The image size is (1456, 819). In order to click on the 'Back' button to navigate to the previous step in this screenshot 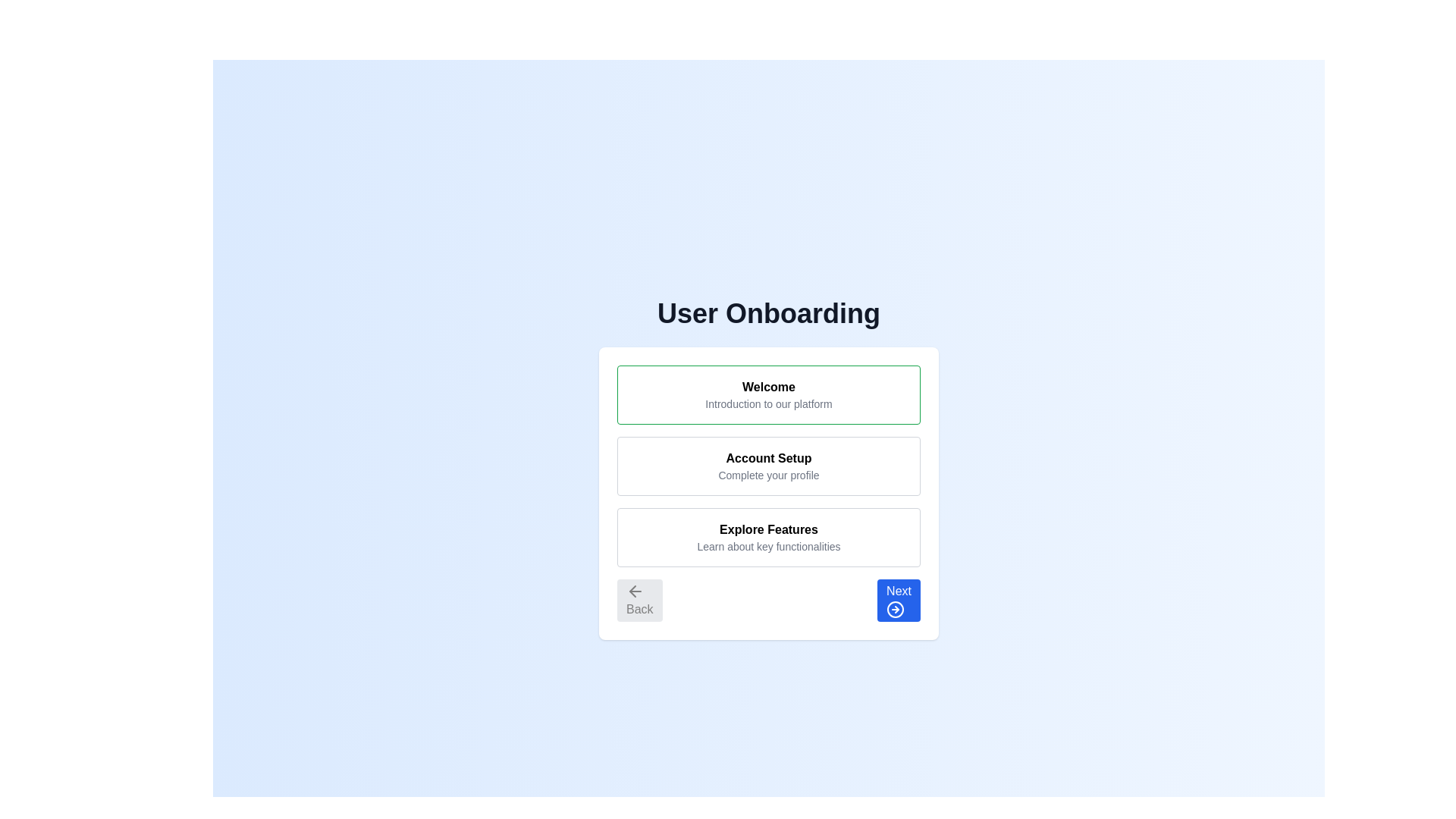, I will do `click(639, 599)`.